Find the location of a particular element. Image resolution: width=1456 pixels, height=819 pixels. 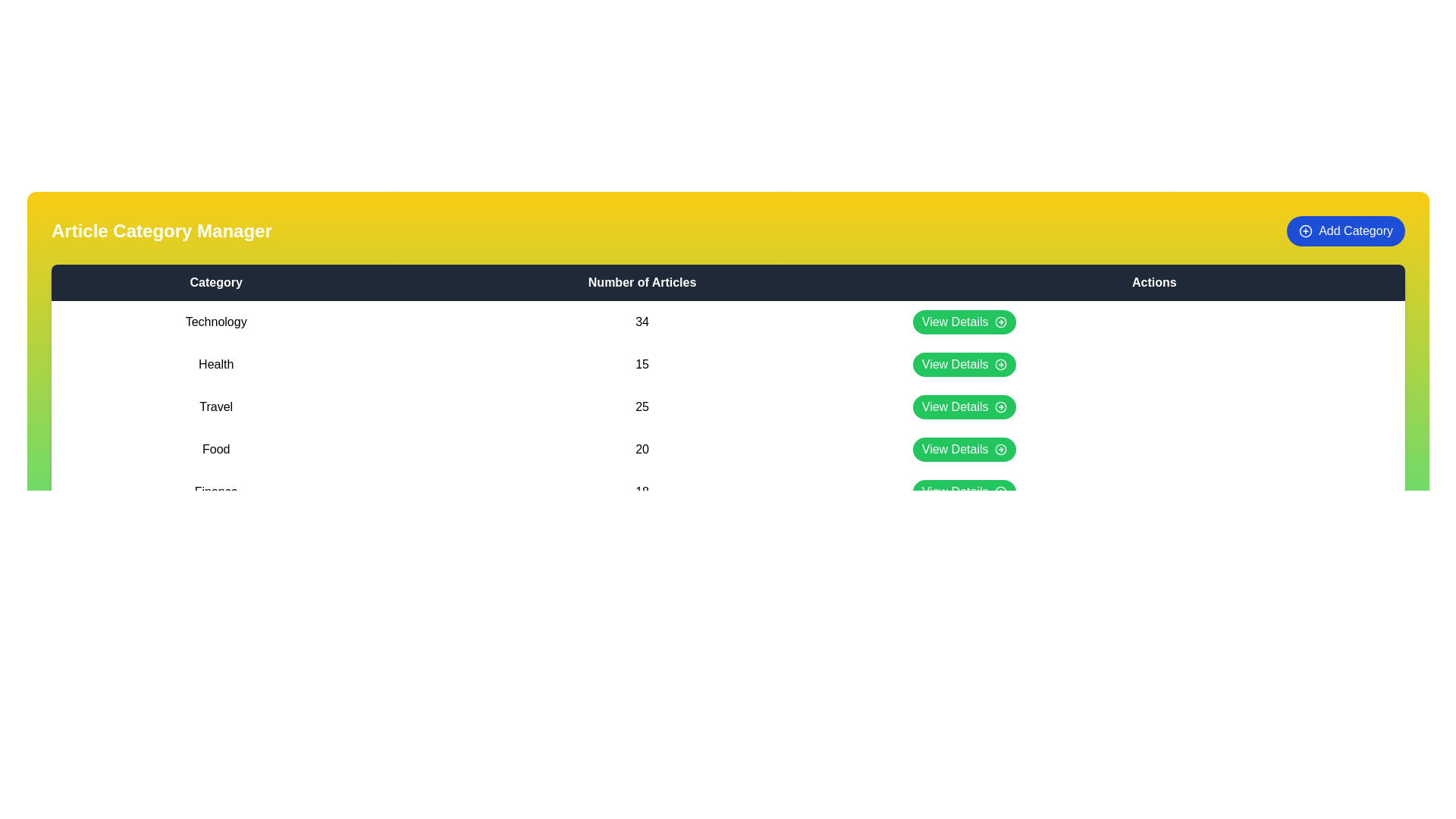

the row corresponding to the category Technology is located at coordinates (728, 321).